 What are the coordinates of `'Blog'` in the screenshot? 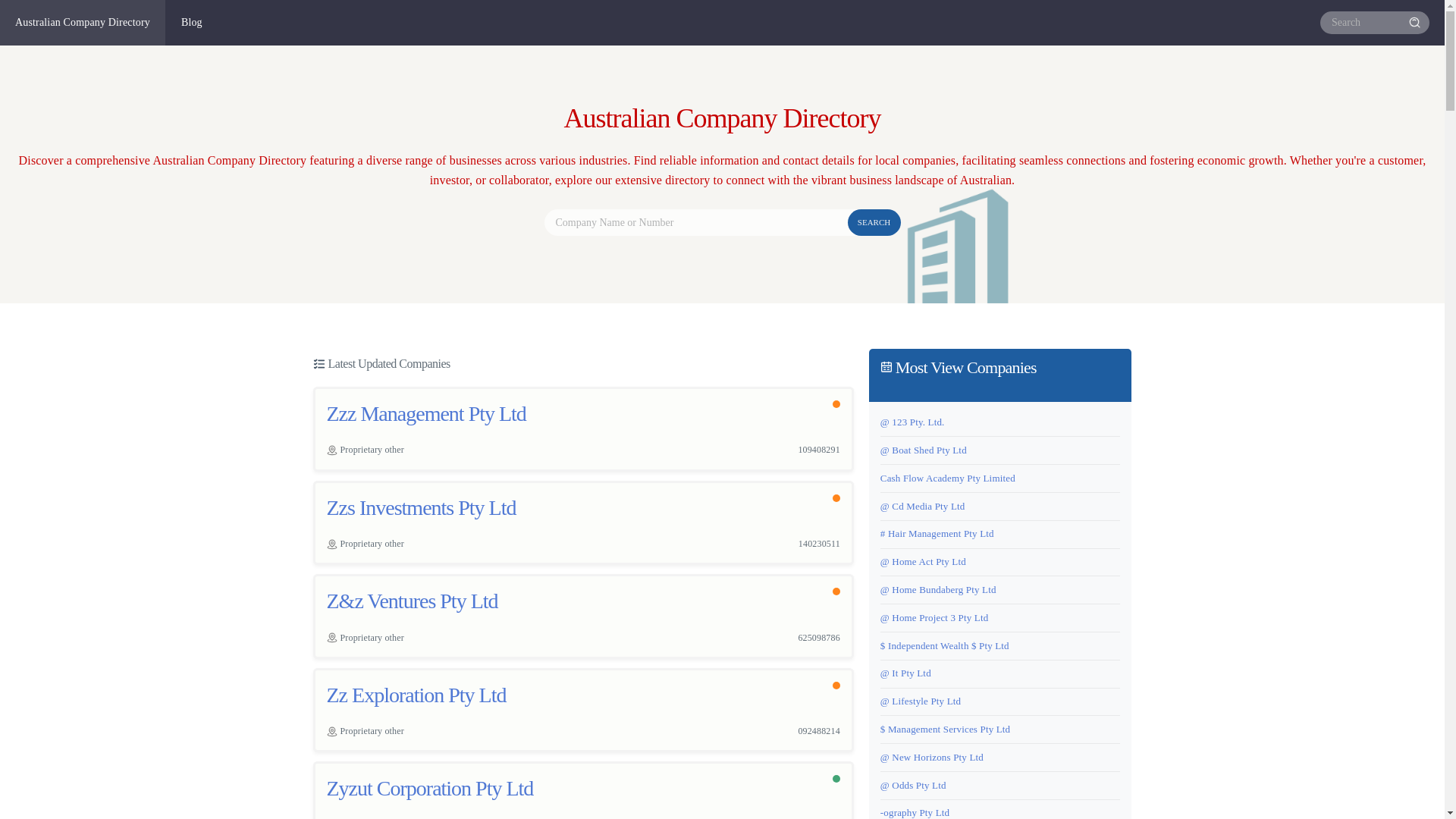 It's located at (166, 23).